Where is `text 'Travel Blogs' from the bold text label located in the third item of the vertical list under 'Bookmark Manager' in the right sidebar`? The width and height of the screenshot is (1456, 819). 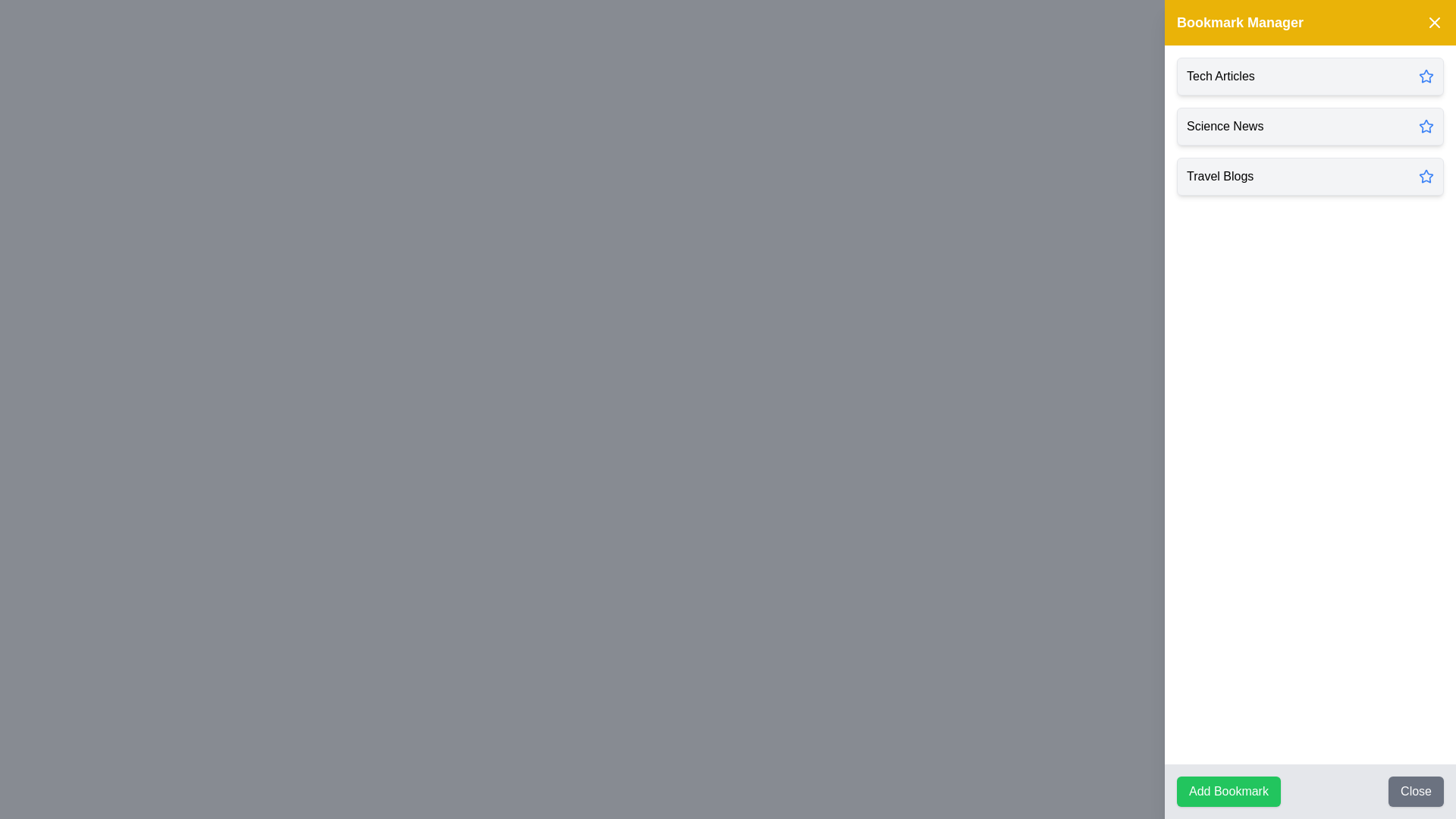 text 'Travel Blogs' from the bold text label located in the third item of the vertical list under 'Bookmark Manager' in the right sidebar is located at coordinates (1220, 175).